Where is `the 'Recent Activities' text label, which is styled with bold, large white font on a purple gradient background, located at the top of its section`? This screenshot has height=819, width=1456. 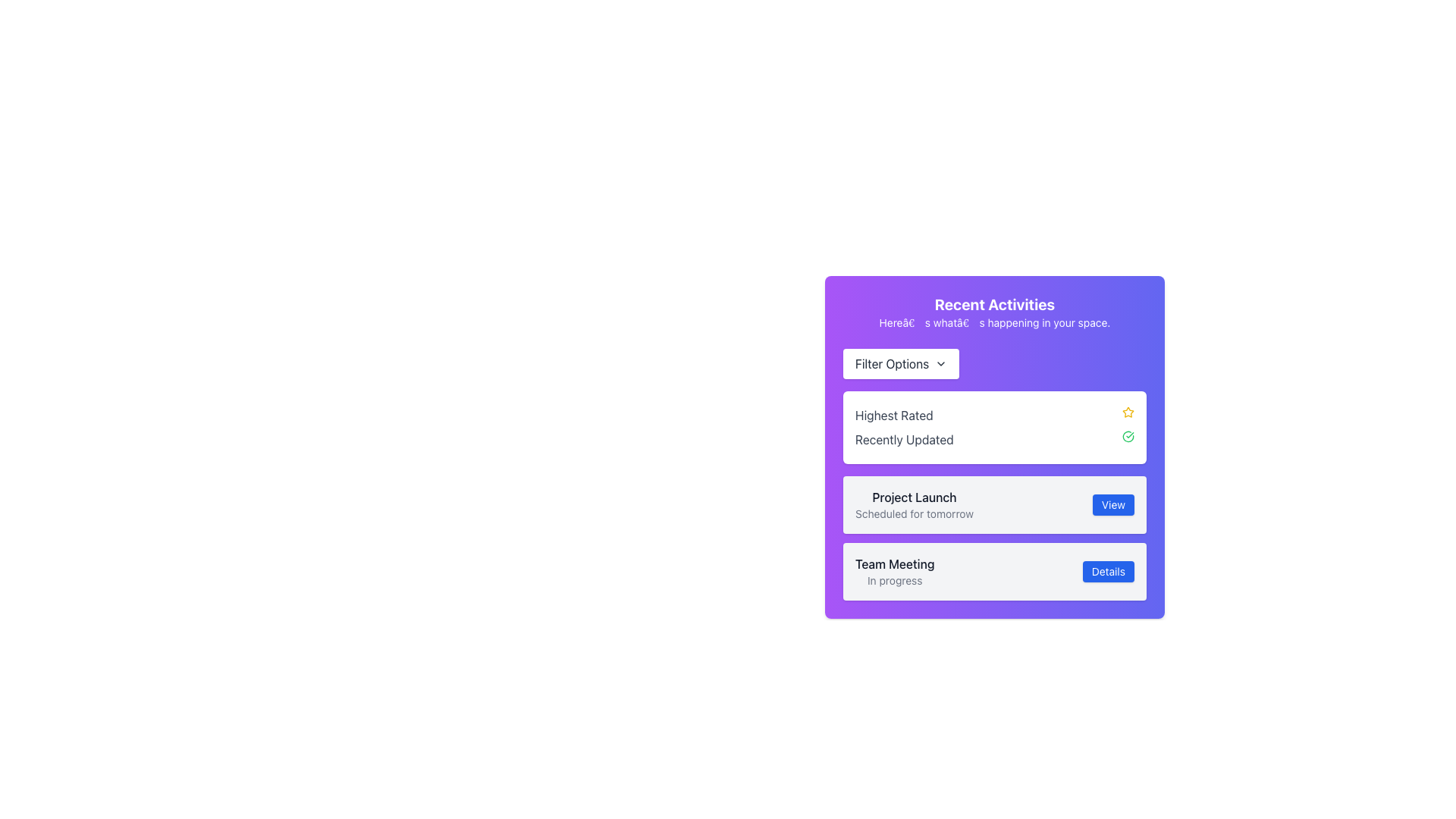 the 'Recent Activities' text label, which is styled with bold, large white font on a purple gradient background, located at the top of its section is located at coordinates (994, 304).